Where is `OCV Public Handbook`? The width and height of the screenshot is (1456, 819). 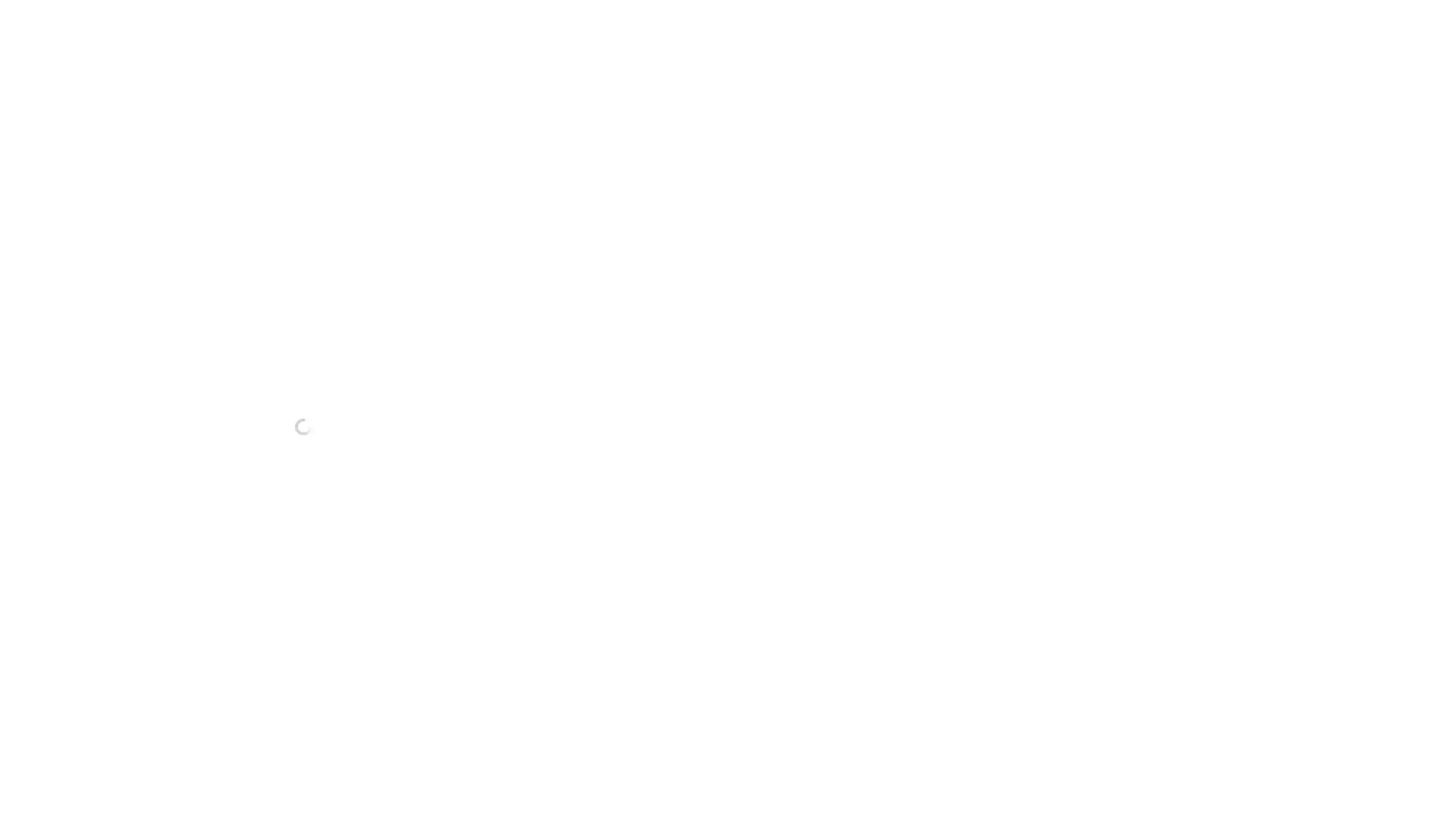 OCV Public Handbook is located at coordinates (81, 17).